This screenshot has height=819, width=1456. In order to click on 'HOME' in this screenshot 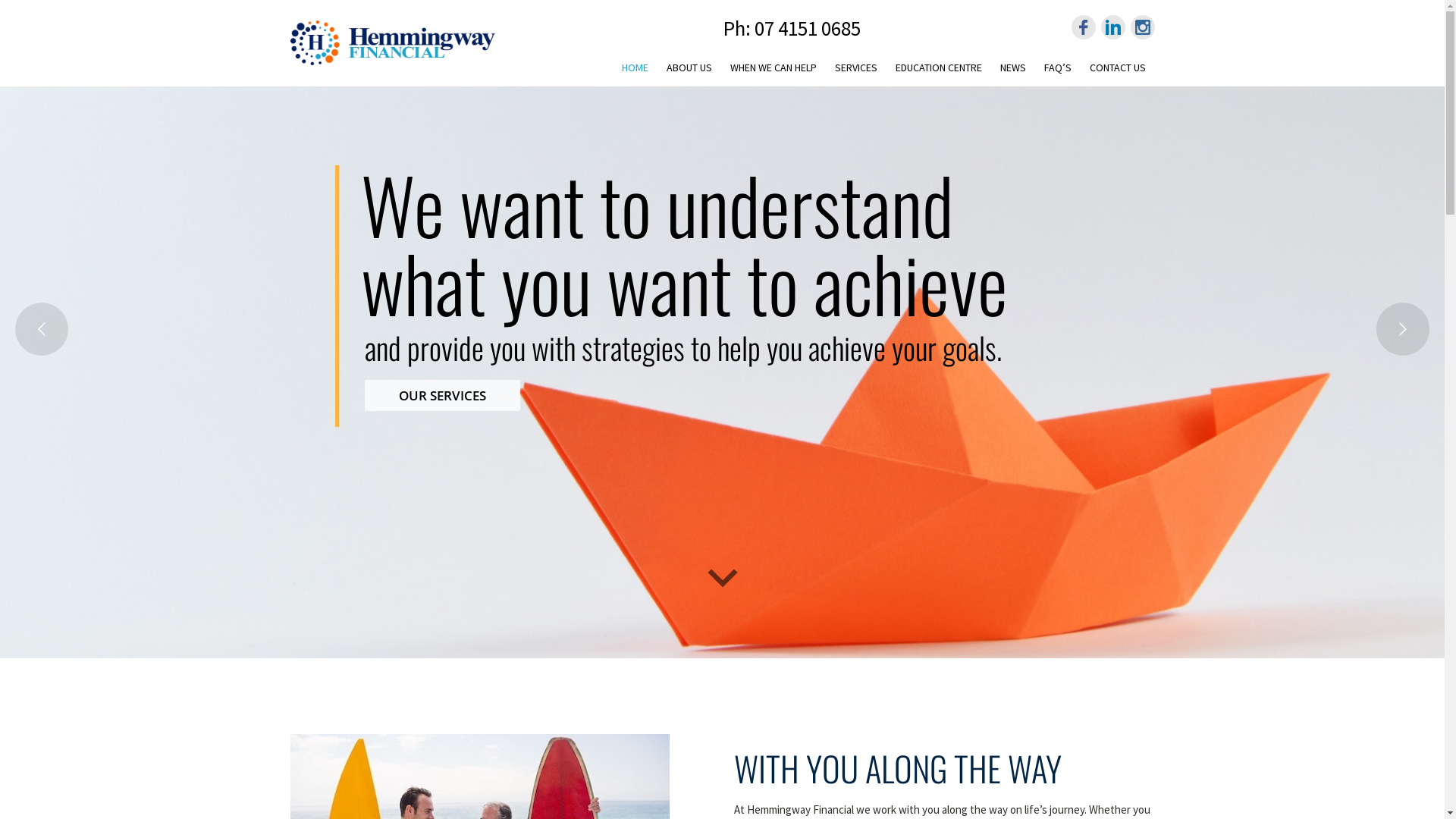, I will do `click(612, 66)`.